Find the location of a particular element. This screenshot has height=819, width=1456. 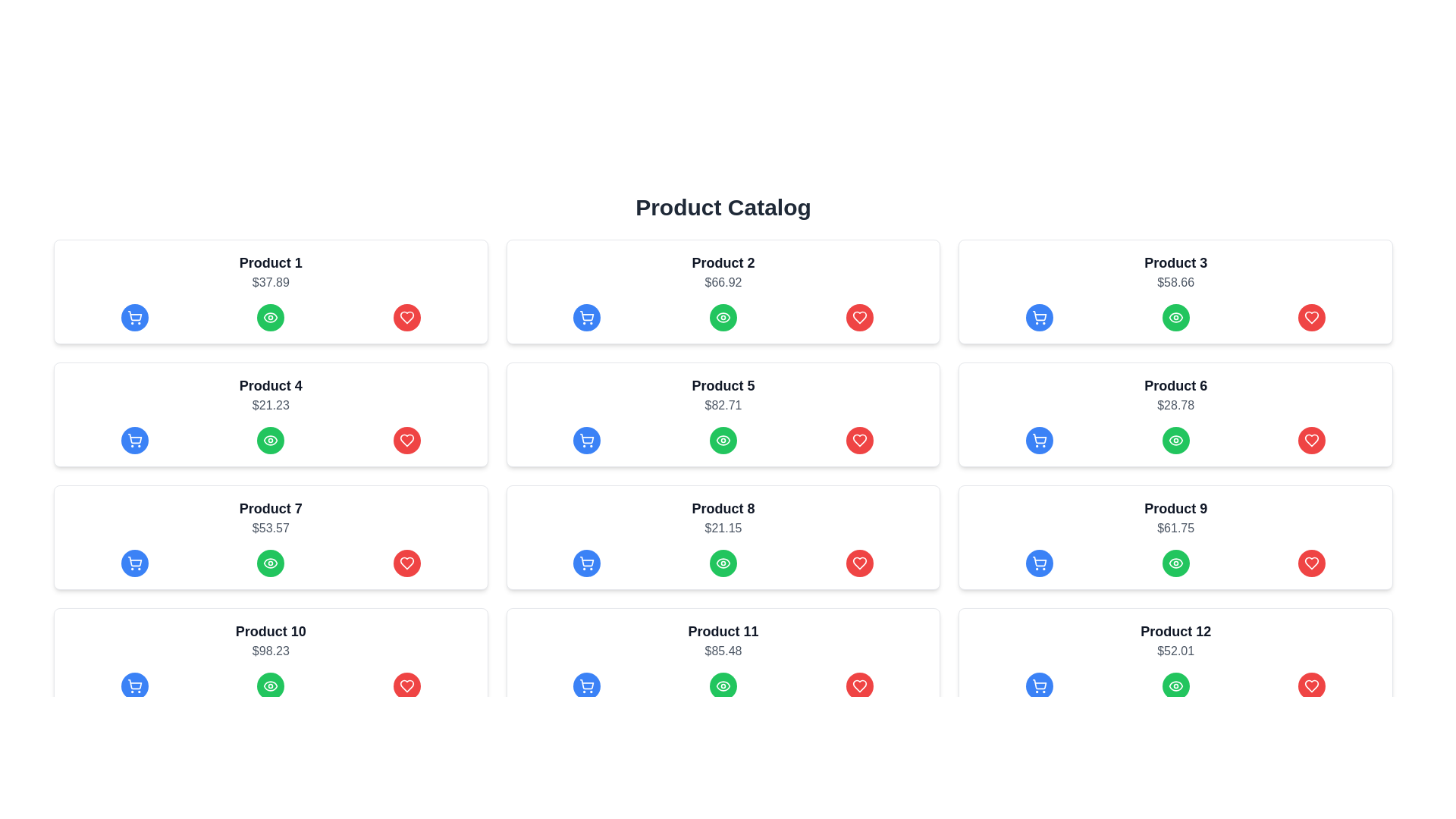

the text label reading 'Product 2', which is prominently displayed in bold, large dark gray font at the top-center of its product card in the second column of the first row of the product catalog grid is located at coordinates (723, 262).